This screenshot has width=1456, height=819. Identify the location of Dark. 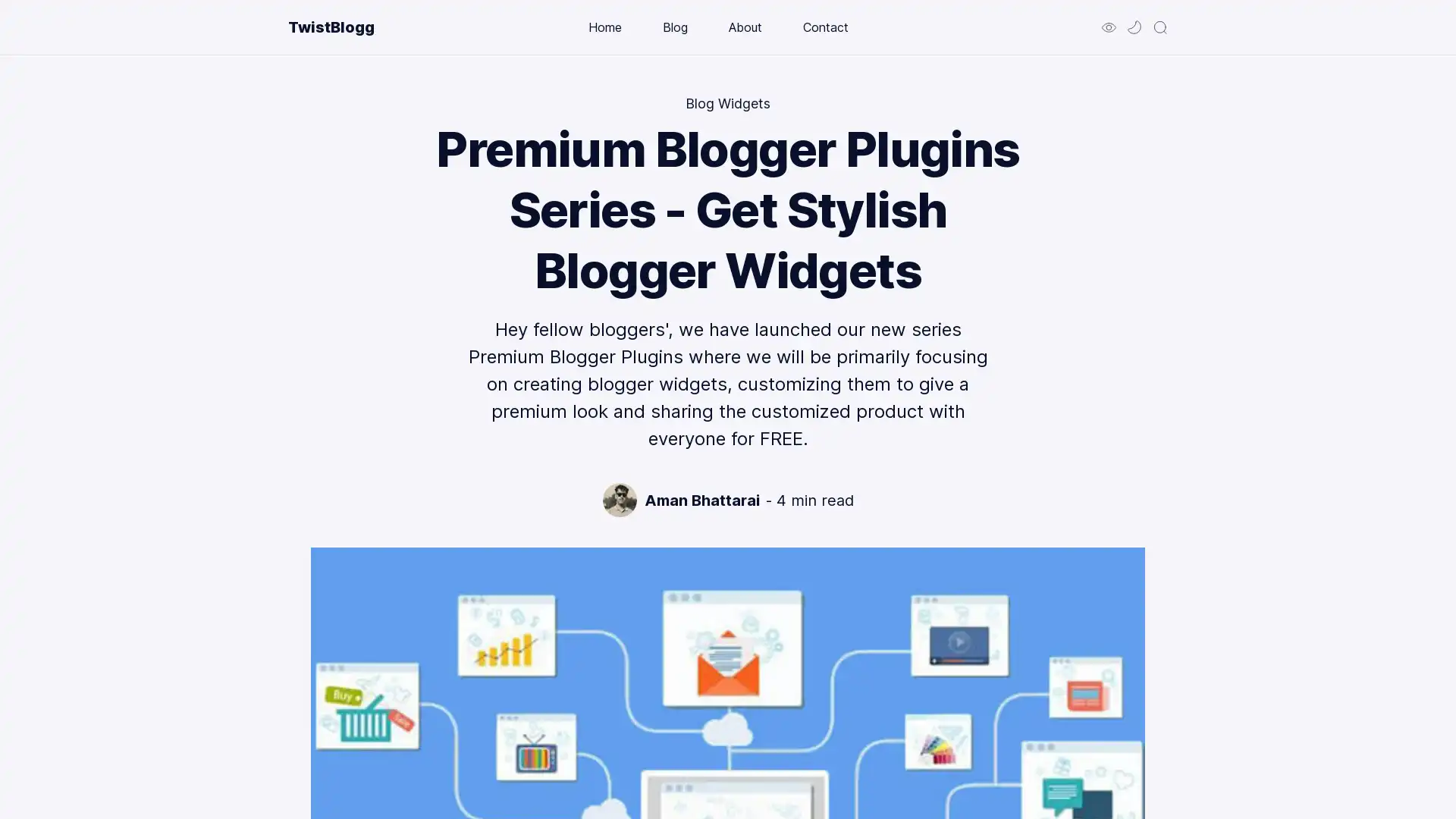
(1134, 27).